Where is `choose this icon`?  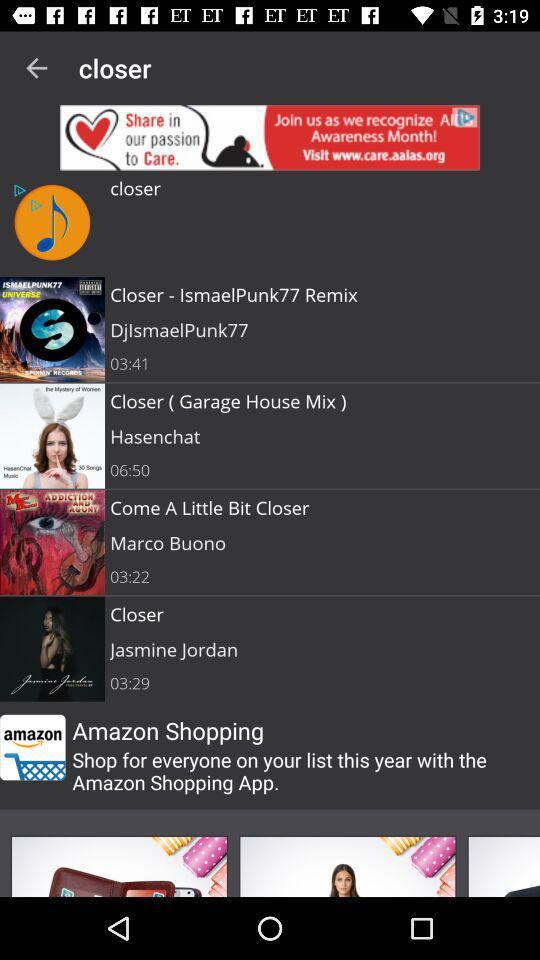 choose this icon is located at coordinates (119, 865).